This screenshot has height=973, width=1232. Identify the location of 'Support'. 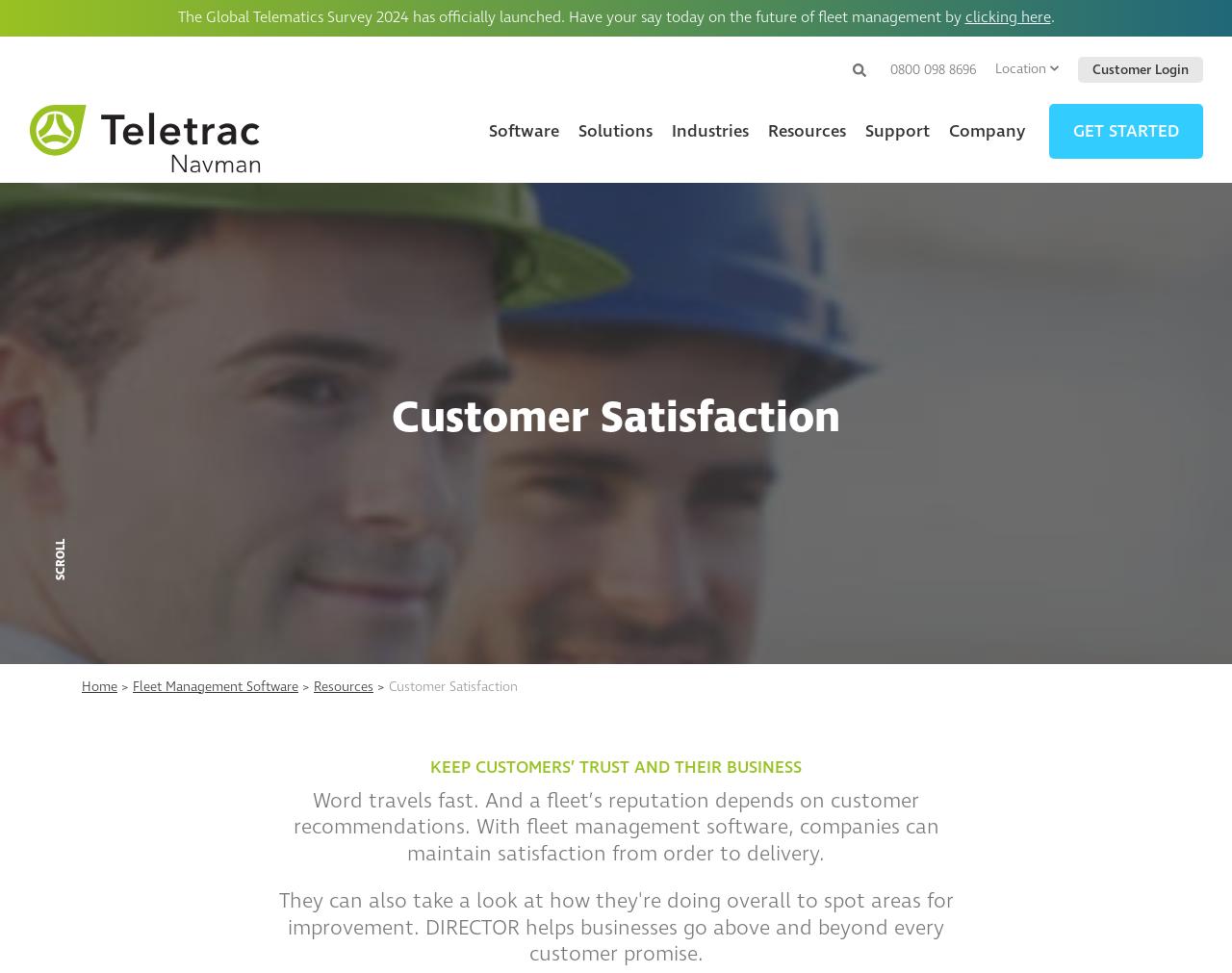
(895, 129).